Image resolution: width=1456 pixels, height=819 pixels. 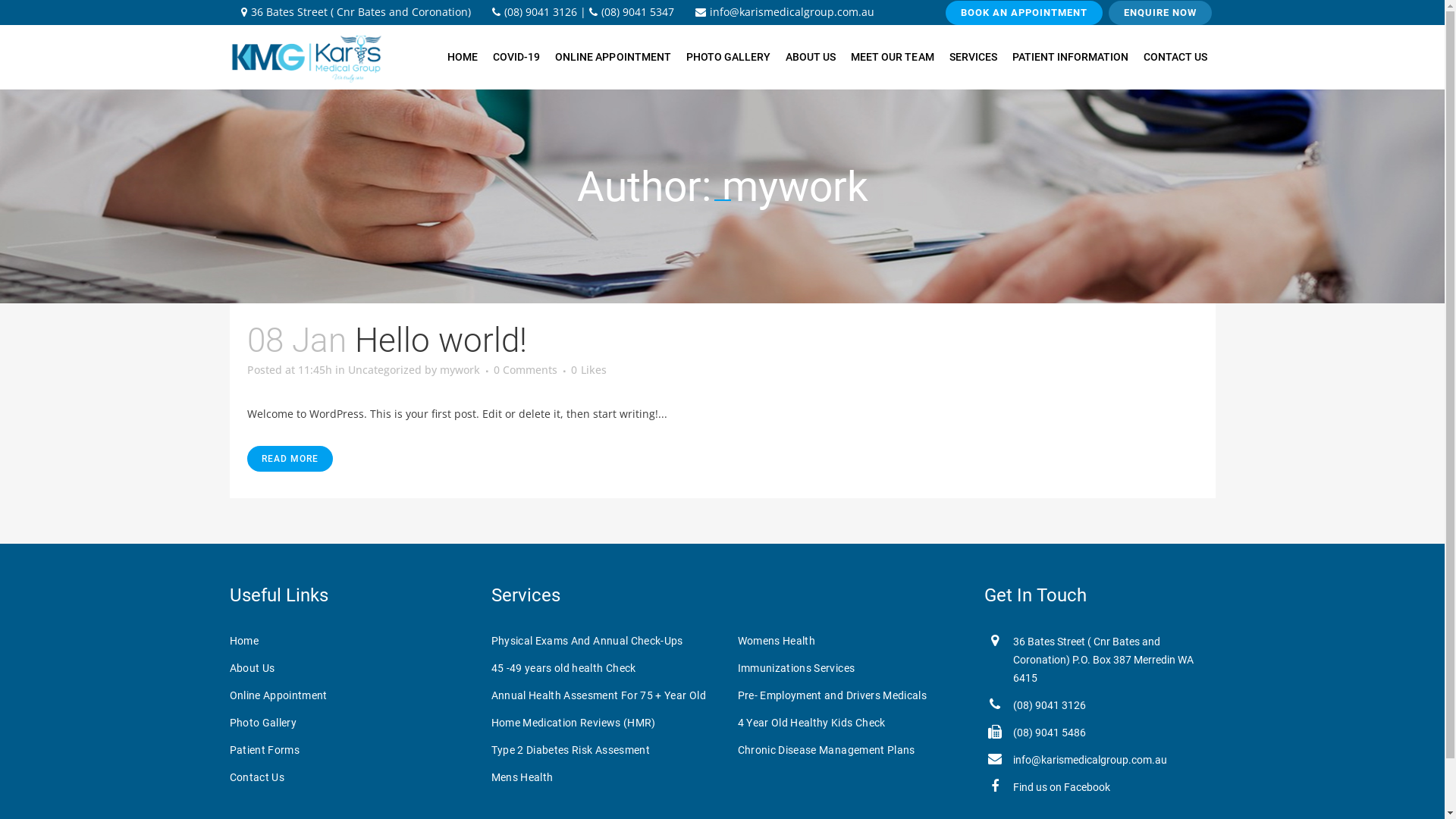 What do you see at coordinates (459, 369) in the screenshot?
I see `'mywork'` at bounding box center [459, 369].